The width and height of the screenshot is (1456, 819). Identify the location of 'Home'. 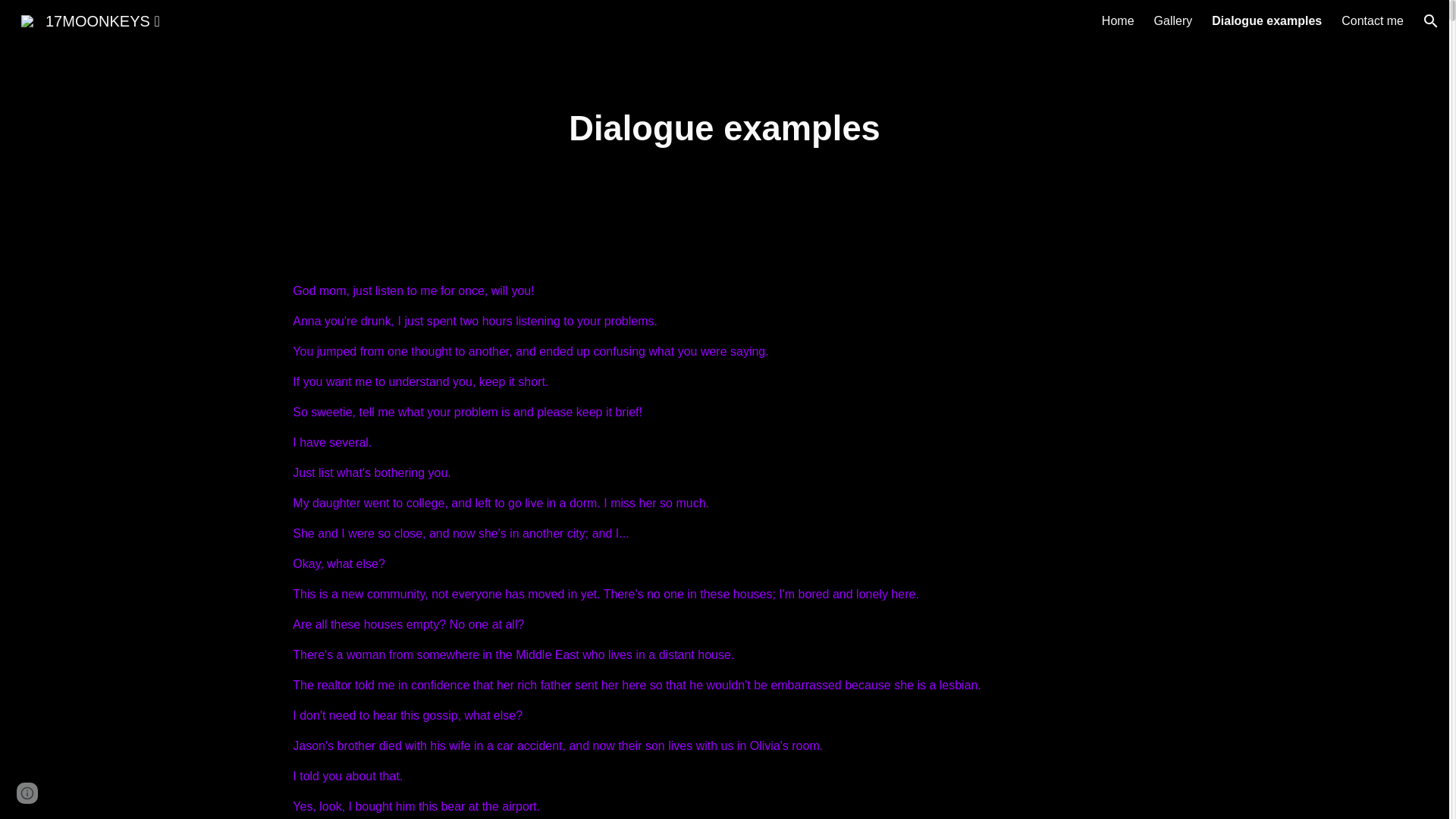
(1118, 20).